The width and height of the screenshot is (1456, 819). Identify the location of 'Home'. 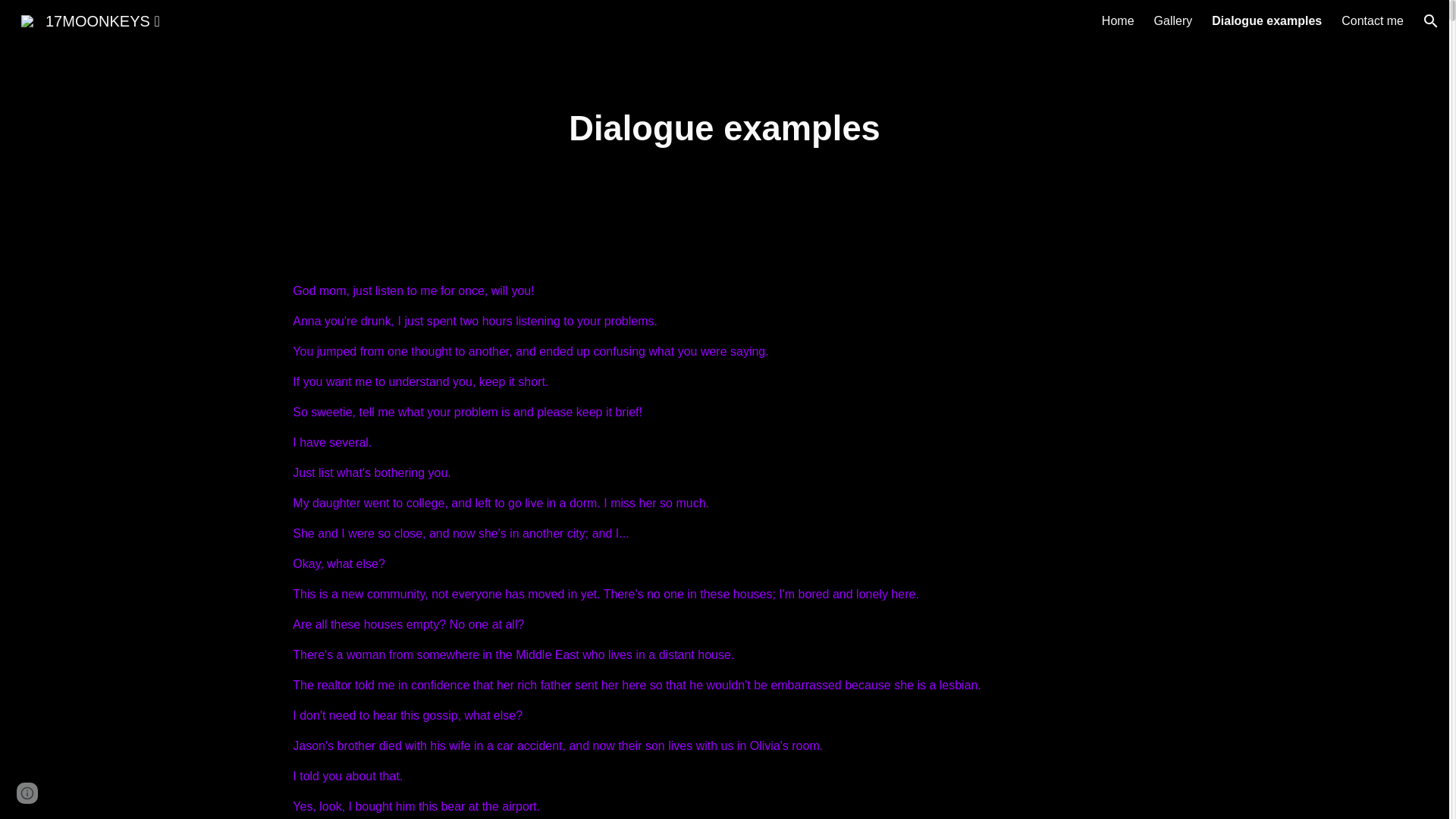
(1118, 20).